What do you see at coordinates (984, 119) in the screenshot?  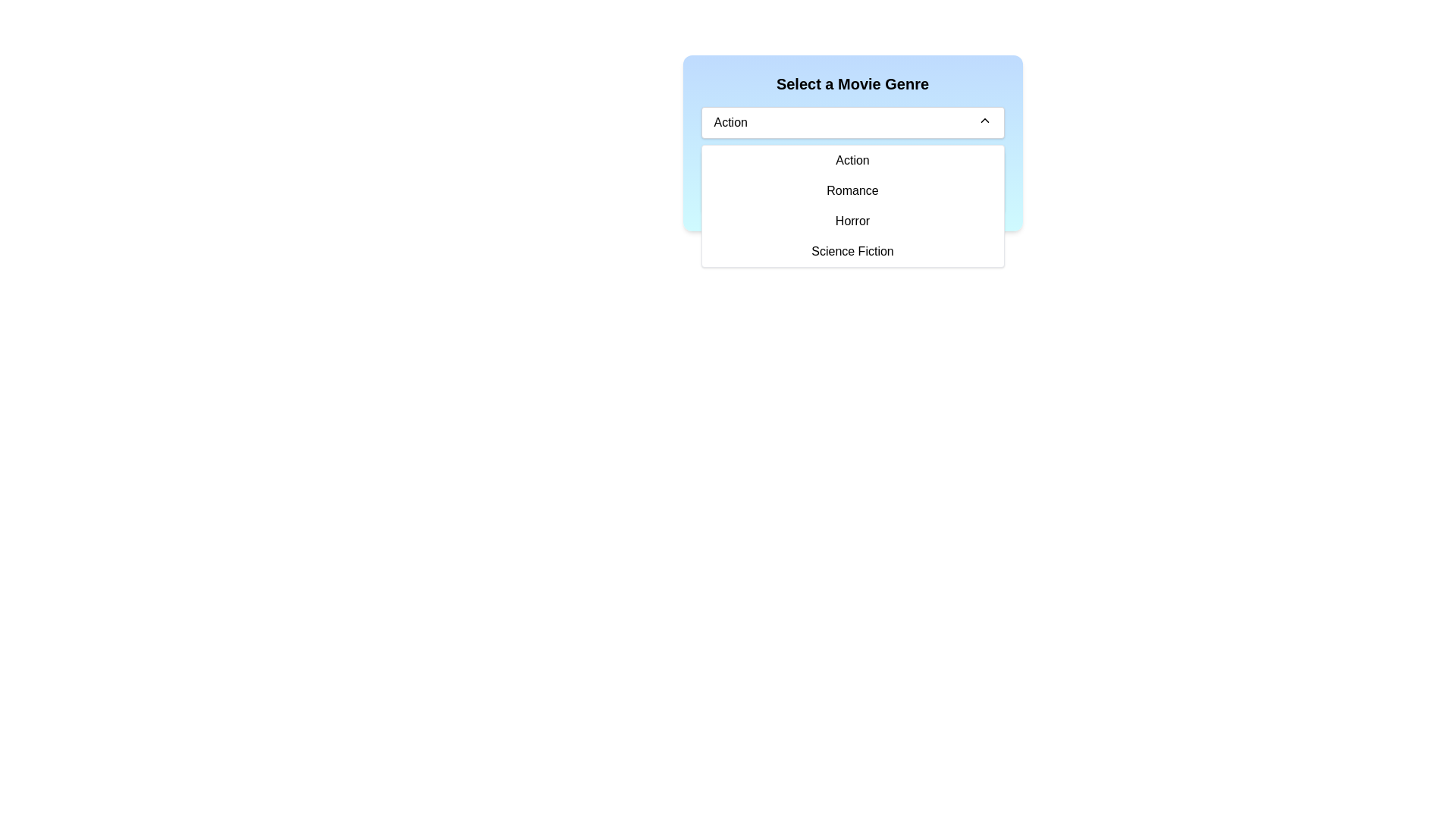 I see `the Chevron-Up Arrow icon located on the right side of the 'Action' dropdown menu` at bounding box center [984, 119].